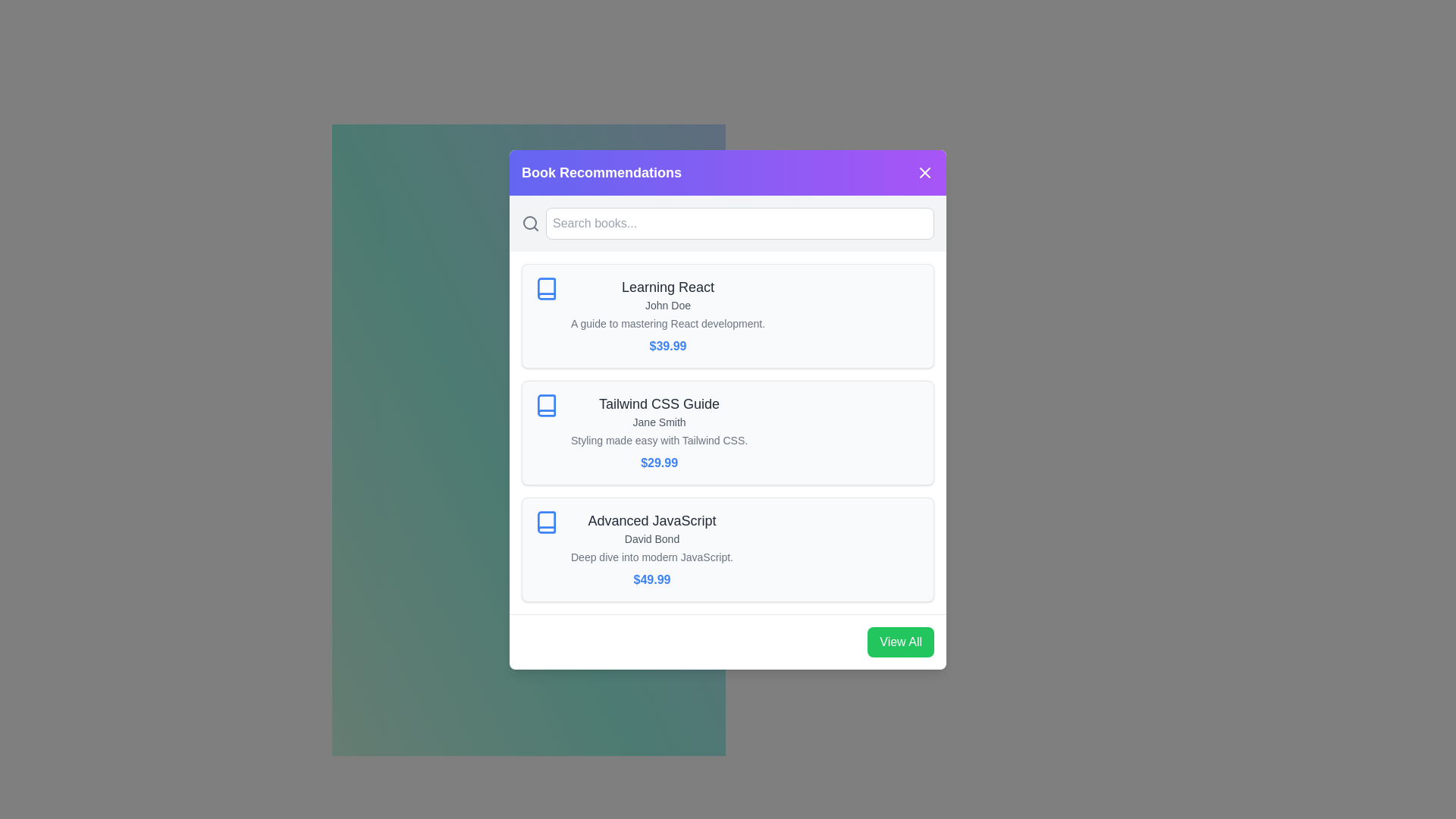  Describe the element at coordinates (651, 557) in the screenshot. I see `textual description stating 'Deep dive into modern JavaScript' which is styled in a smaller, lighter gray font, located below the author name and above the price in the third book recommendation card` at that location.